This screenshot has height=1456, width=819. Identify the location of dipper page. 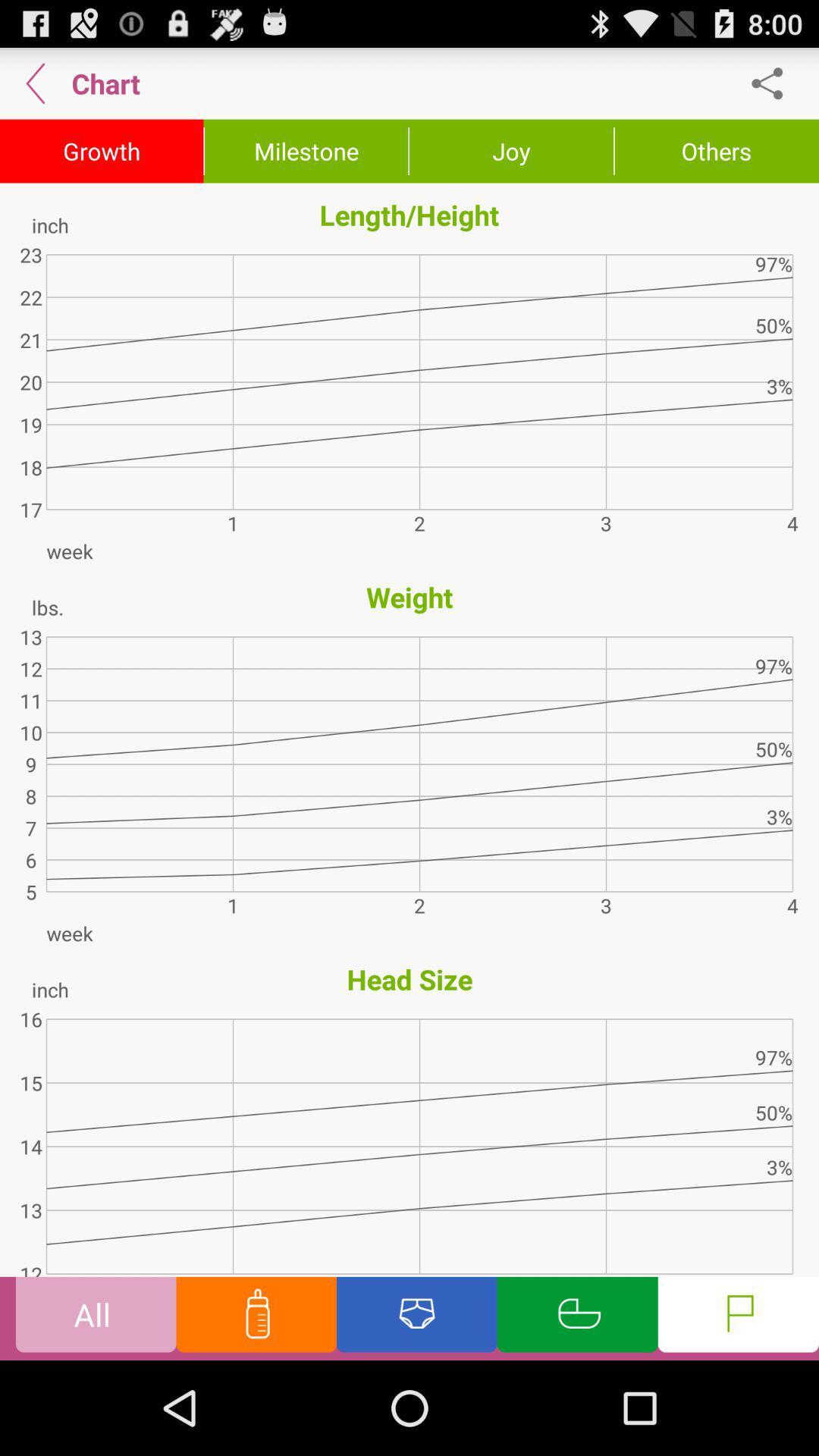
(416, 1317).